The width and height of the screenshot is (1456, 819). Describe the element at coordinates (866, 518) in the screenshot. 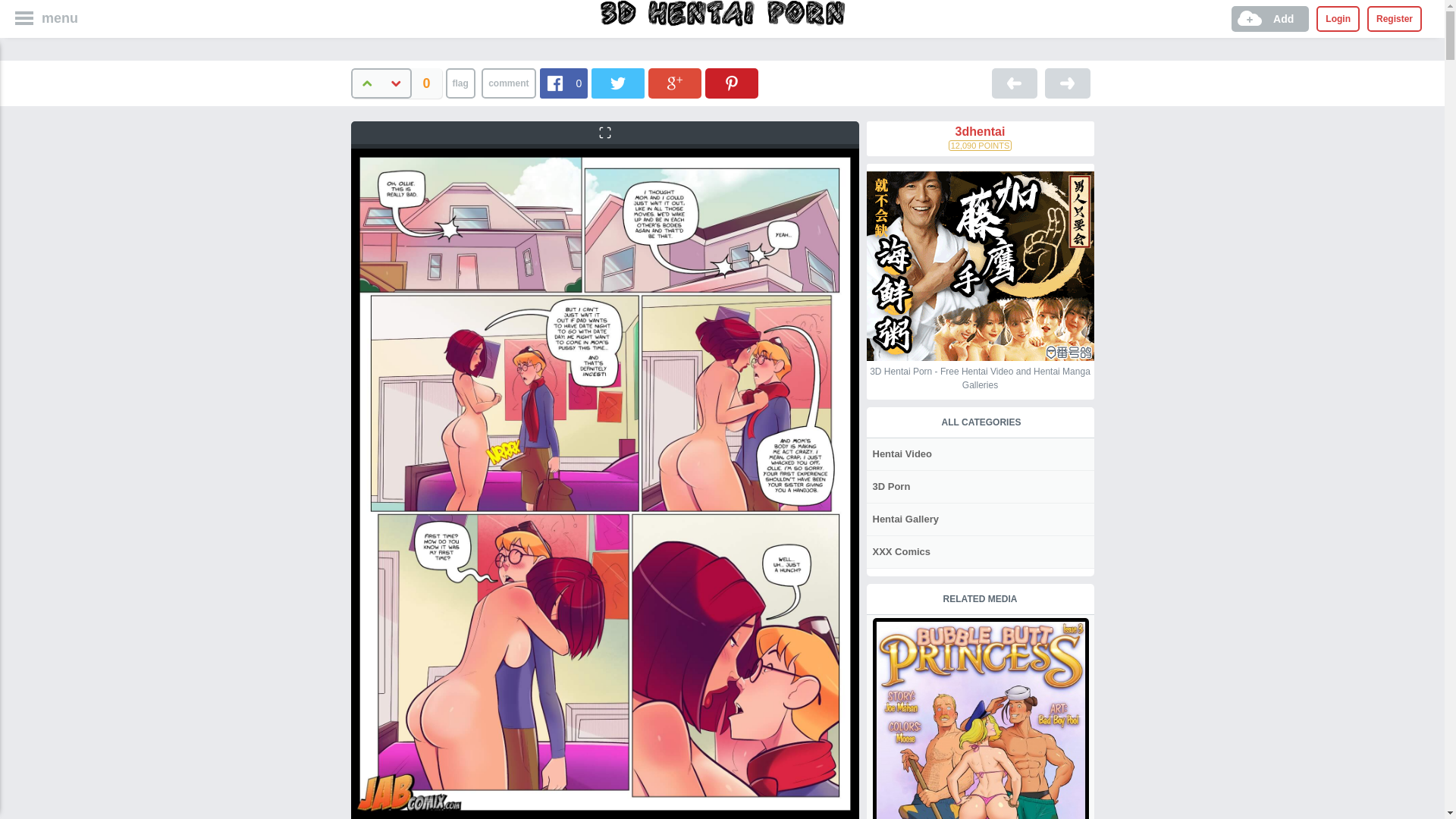

I see `'Hentai Gallery'` at that location.